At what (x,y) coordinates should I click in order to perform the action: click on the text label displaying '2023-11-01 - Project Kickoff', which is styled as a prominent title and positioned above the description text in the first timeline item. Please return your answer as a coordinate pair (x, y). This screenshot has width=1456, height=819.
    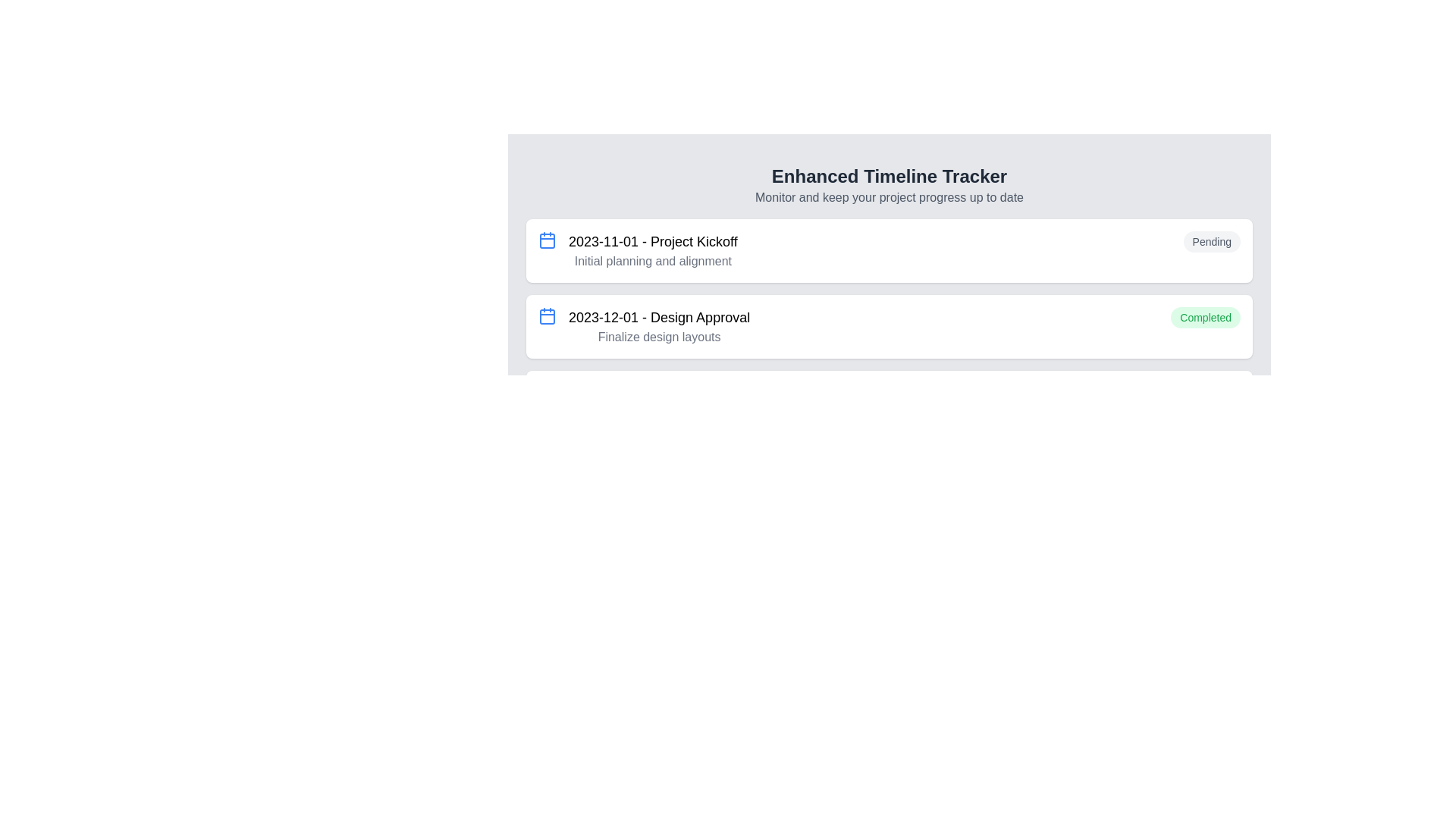
    Looking at the image, I should click on (653, 241).